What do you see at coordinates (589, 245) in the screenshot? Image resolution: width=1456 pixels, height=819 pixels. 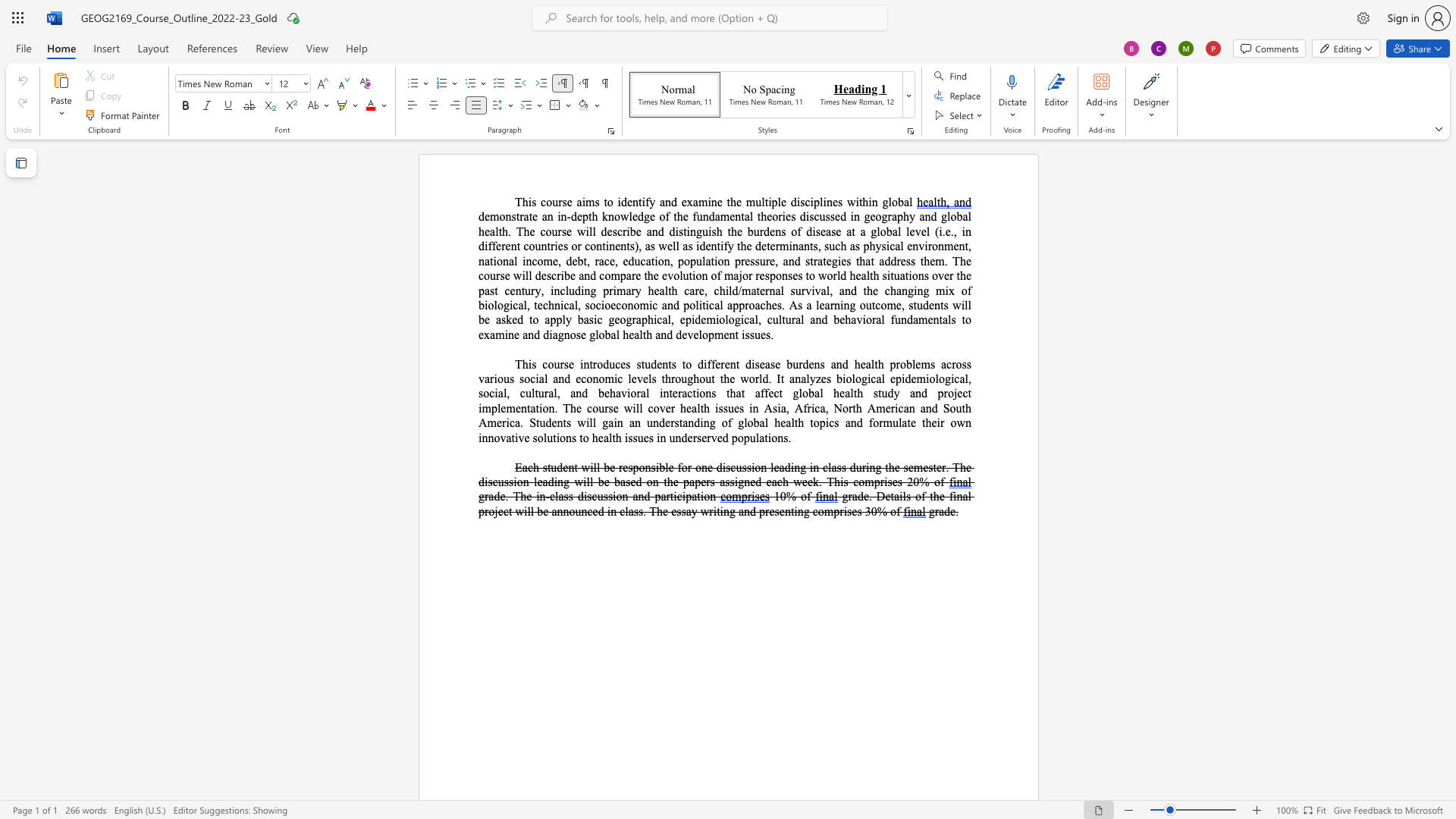 I see `the space between the continuous character "c" and "o" in the text` at bounding box center [589, 245].